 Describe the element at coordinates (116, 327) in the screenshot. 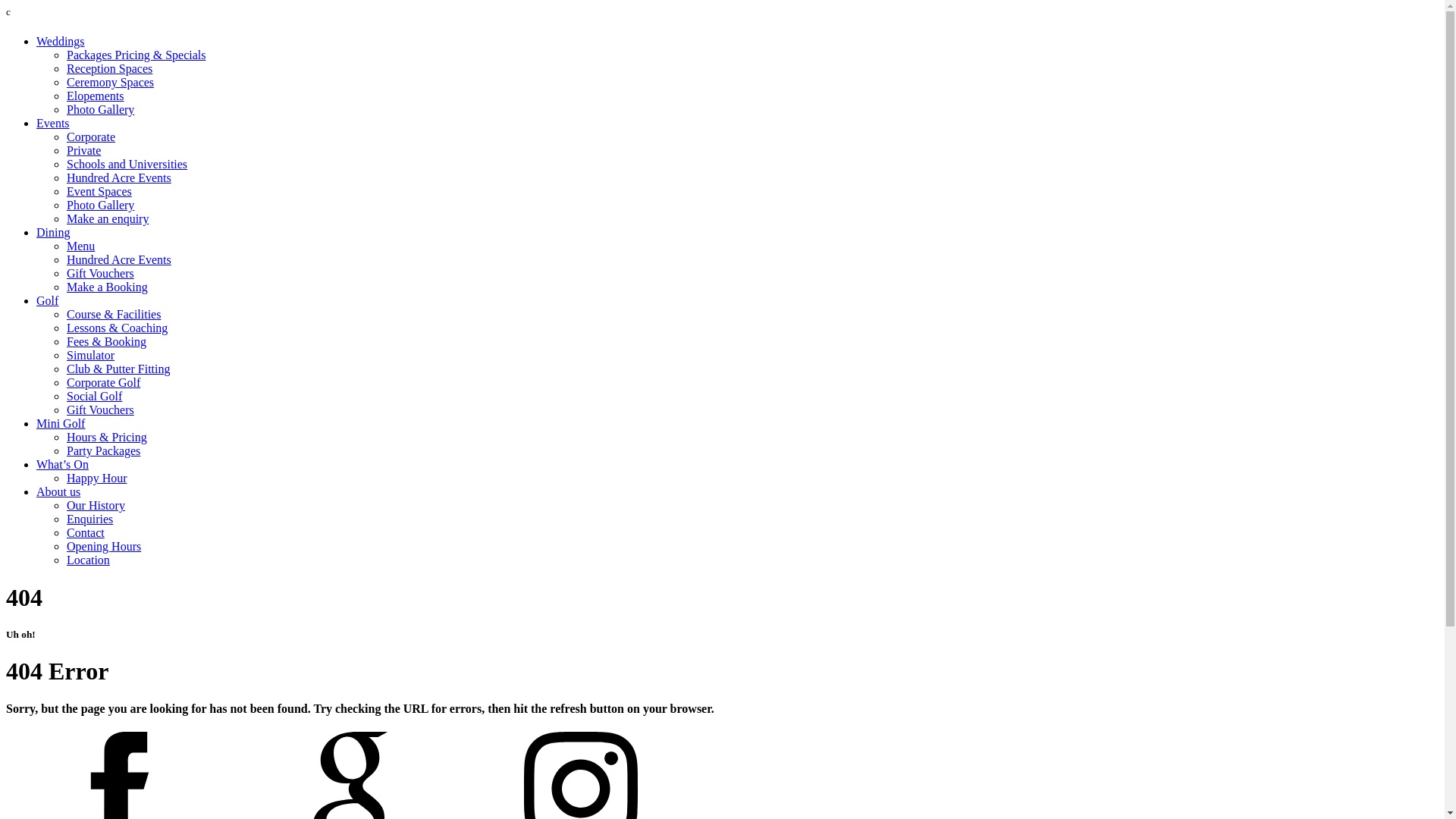

I see `'Lessons & Coaching'` at that location.